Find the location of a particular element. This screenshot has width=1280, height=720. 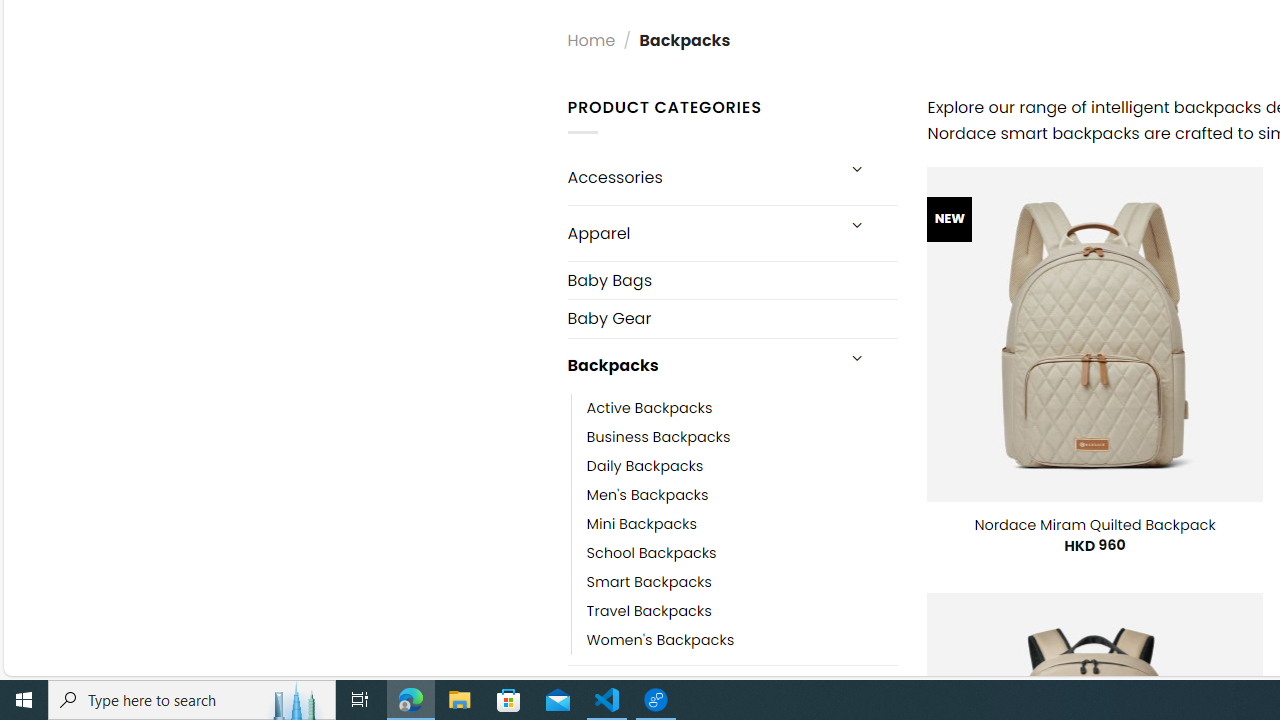

'Baby Bags' is located at coordinates (731, 280).